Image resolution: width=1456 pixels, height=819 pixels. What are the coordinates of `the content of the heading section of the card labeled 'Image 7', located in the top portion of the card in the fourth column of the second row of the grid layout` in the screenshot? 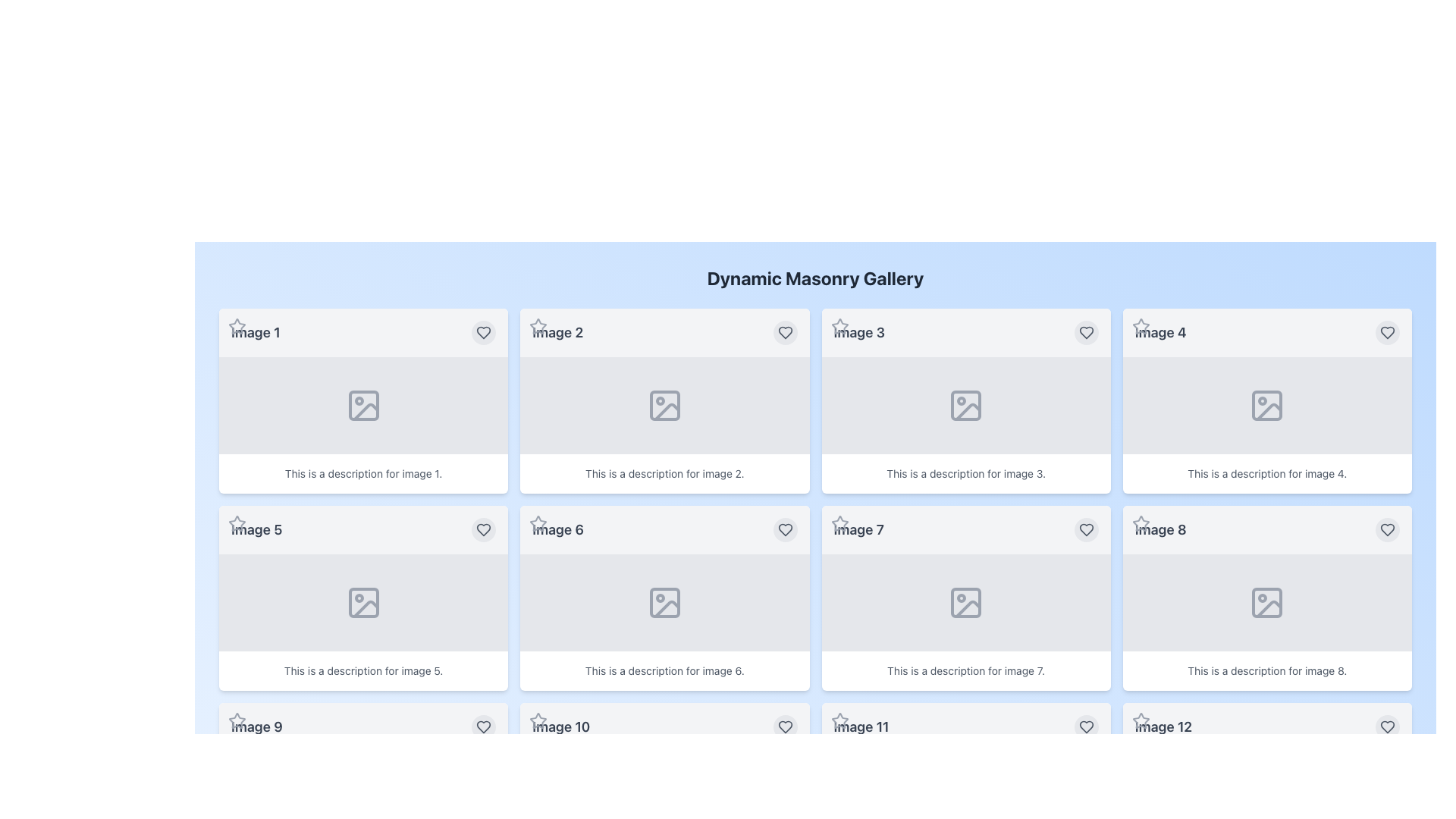 It's located at (965, 529).